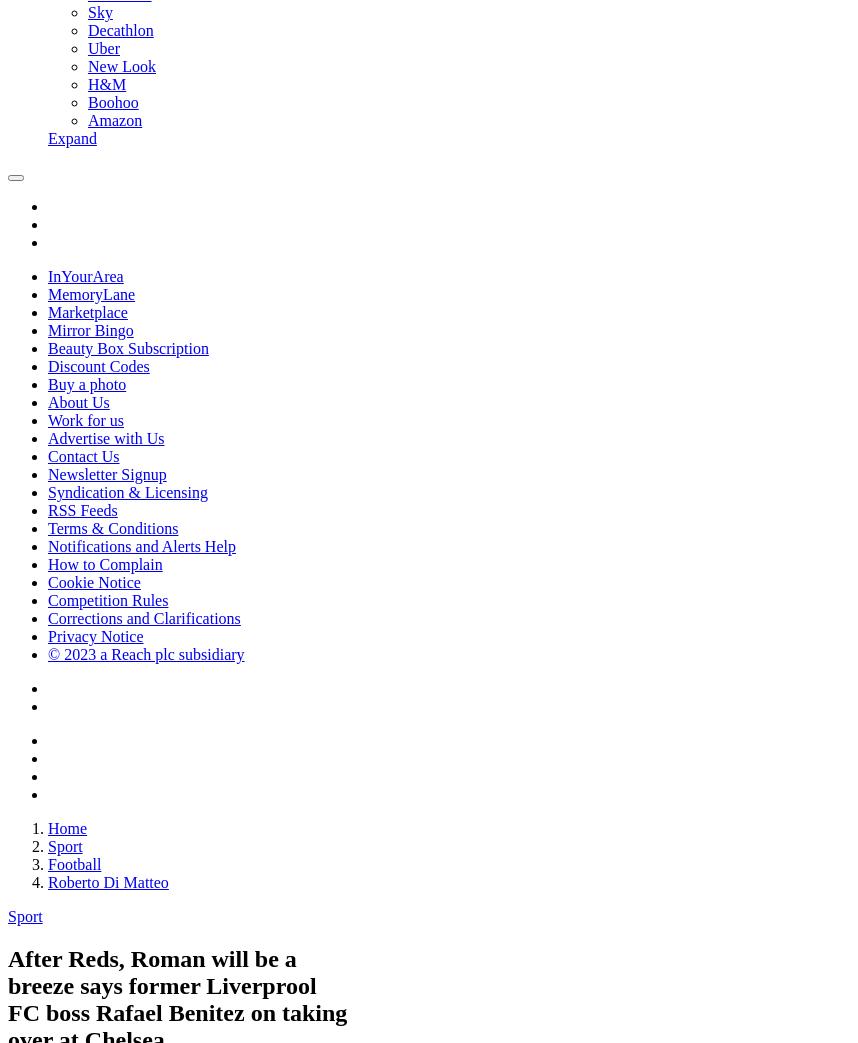 The image size is (858, 1043). What do you see at coordinates (105, 564) in the screenshot?
I see `'How to Complain'` at bounding box center [105, 564].